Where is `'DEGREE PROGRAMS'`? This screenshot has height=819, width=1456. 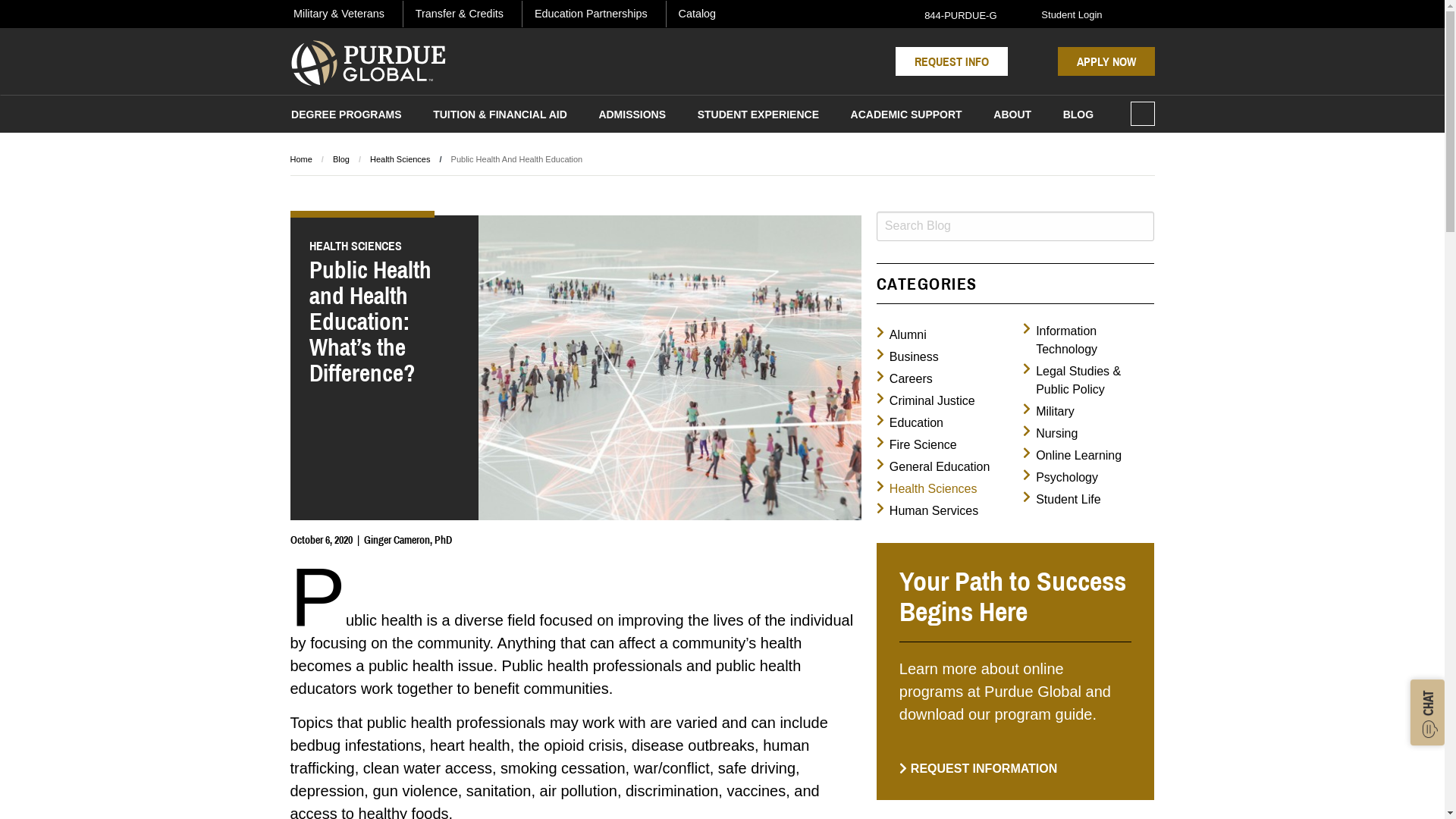 'DEGREE PROGRAMS' is located at coordinates (345, 116).